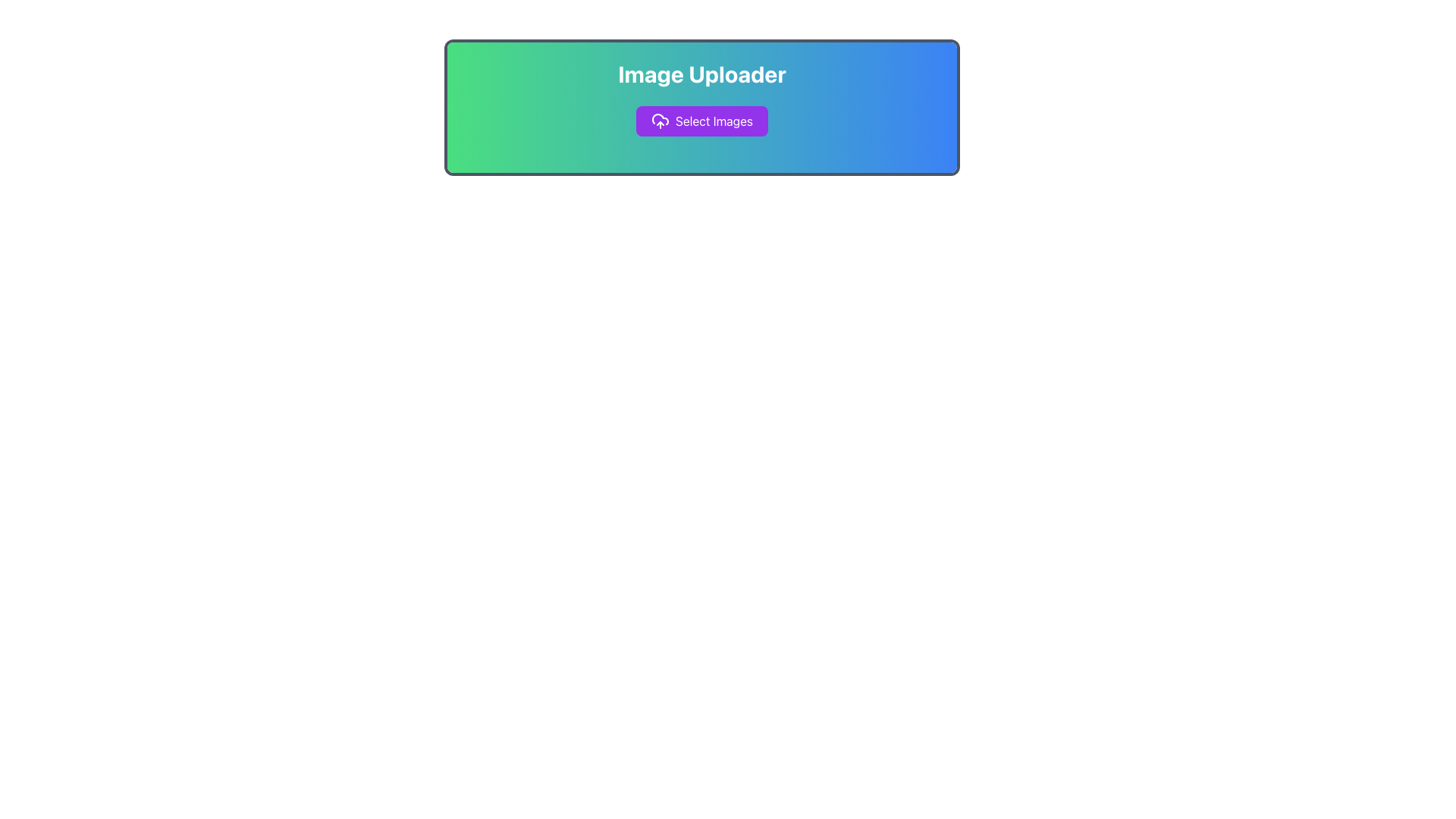 This screenshot has height=819, width=1456. I want to click on the cloud upload icon located to the left of the 'Select Images' text within the purple button, so click(660, 120).